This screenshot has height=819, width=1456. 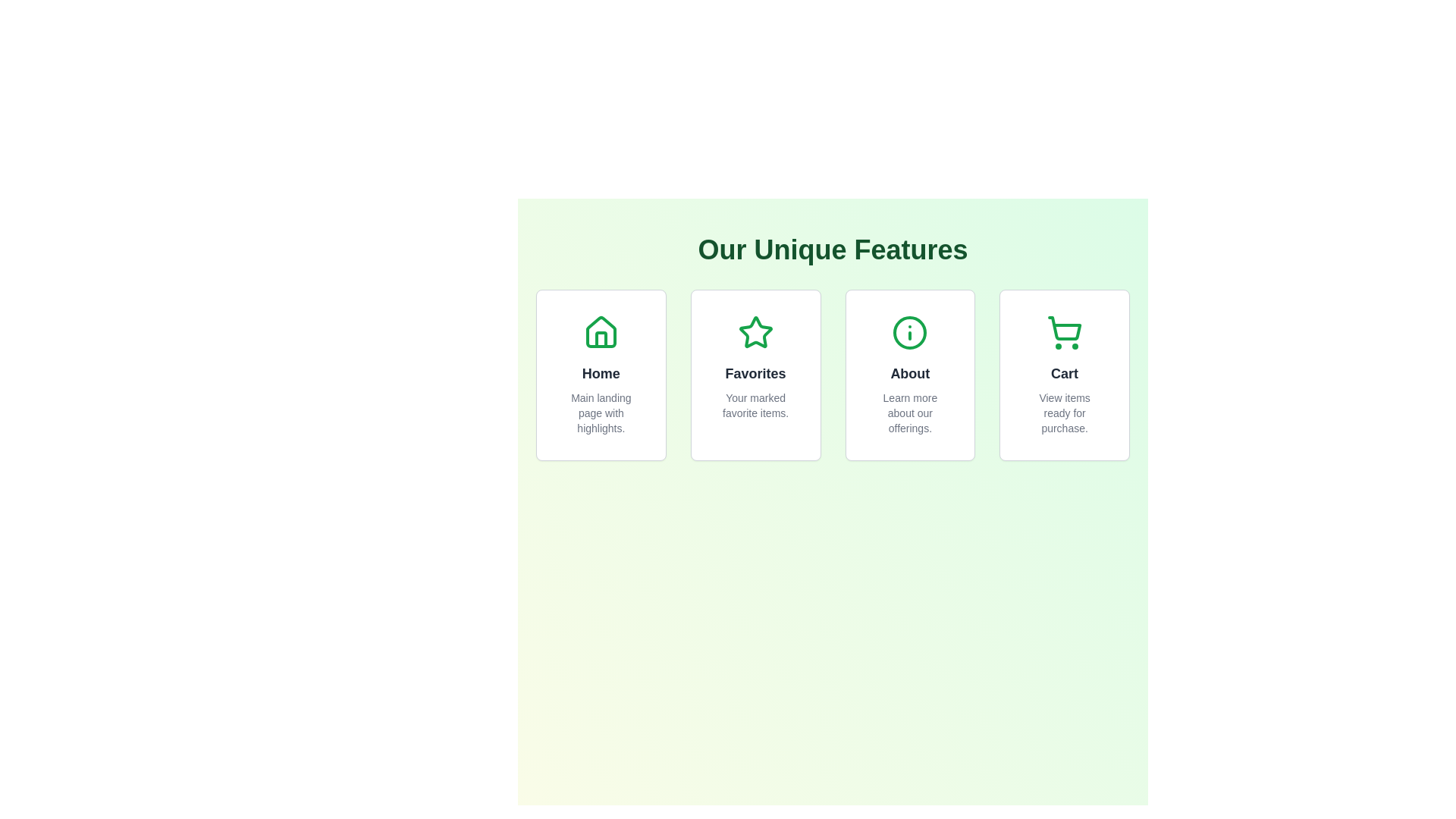 What do you see at coordinates (755, 405) in the screenshot?
I see `the text paragraph displaying 'Your marked favorite items.' in the Favorites card, located centrally within the main features section` at bounding box center [755, 405].